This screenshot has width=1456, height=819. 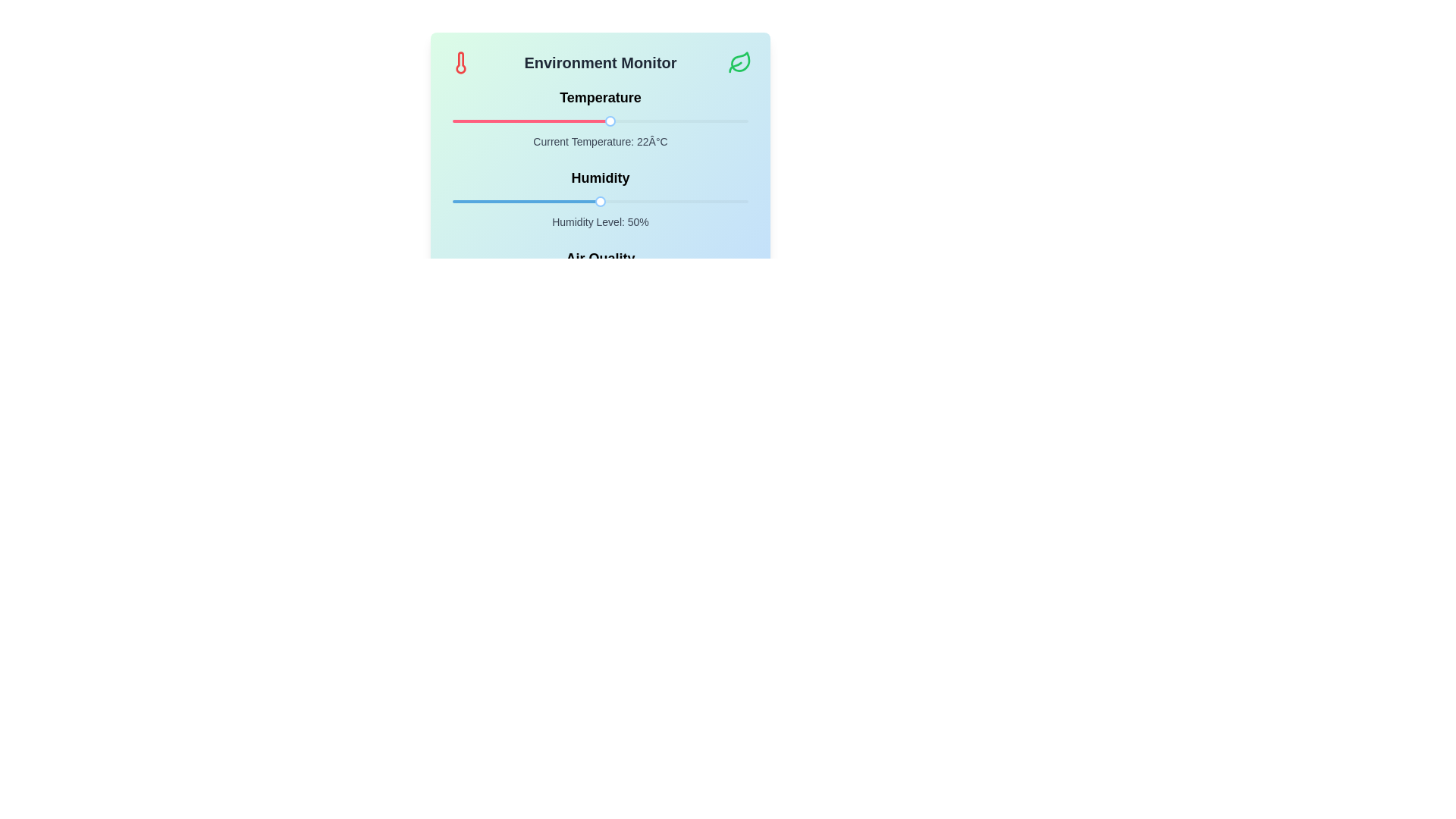 What do you see at coordinates (600, 257) in the screenshot?
I see `the text label displaying 'Air Quality', which is bold and larger in font size, located in the lower part of the interface above the Air Quality Index indicators` at bounding box center [600, 257].